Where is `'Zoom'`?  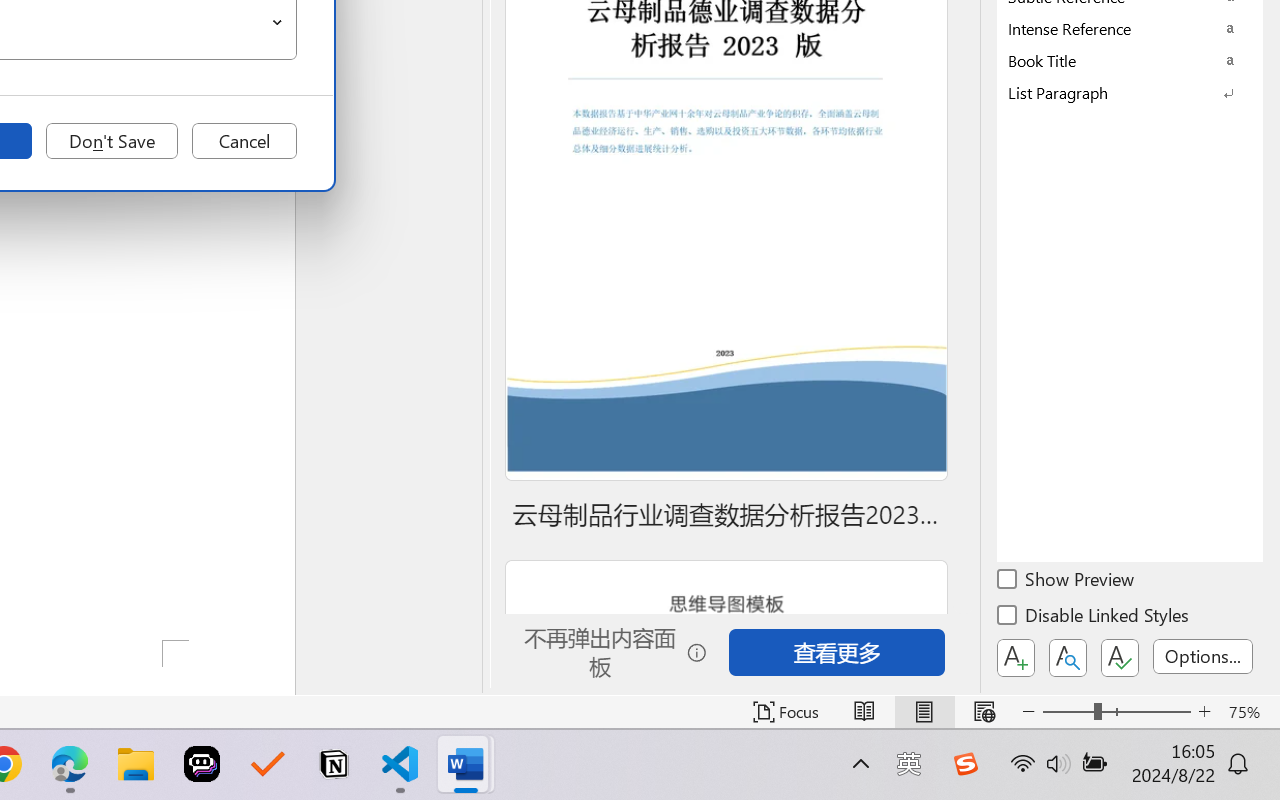 'Zoom' is located at coordinates (1115, 711).